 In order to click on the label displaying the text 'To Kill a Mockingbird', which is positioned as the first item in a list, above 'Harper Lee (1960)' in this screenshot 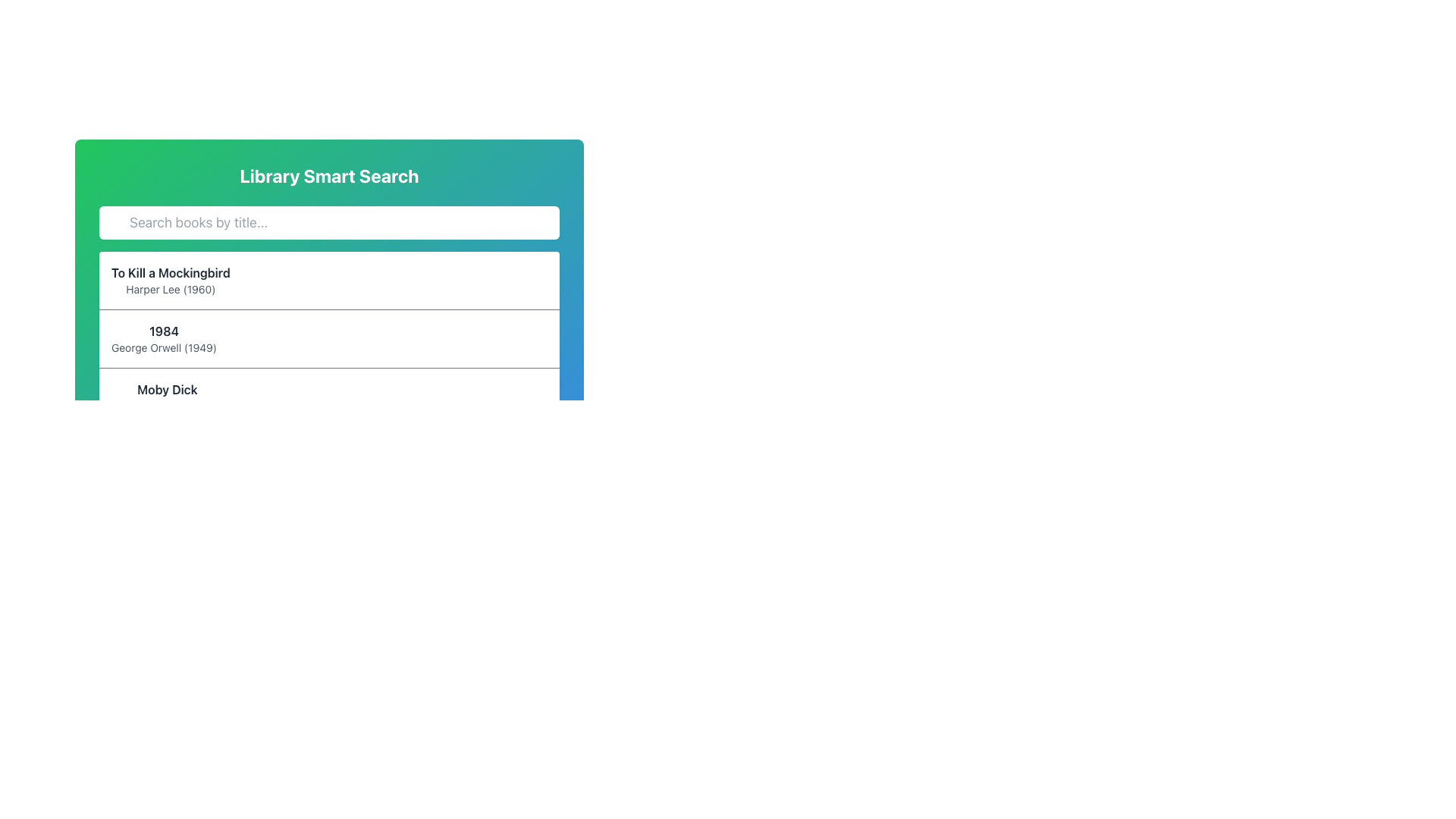, I will do `click(171, 271)`.